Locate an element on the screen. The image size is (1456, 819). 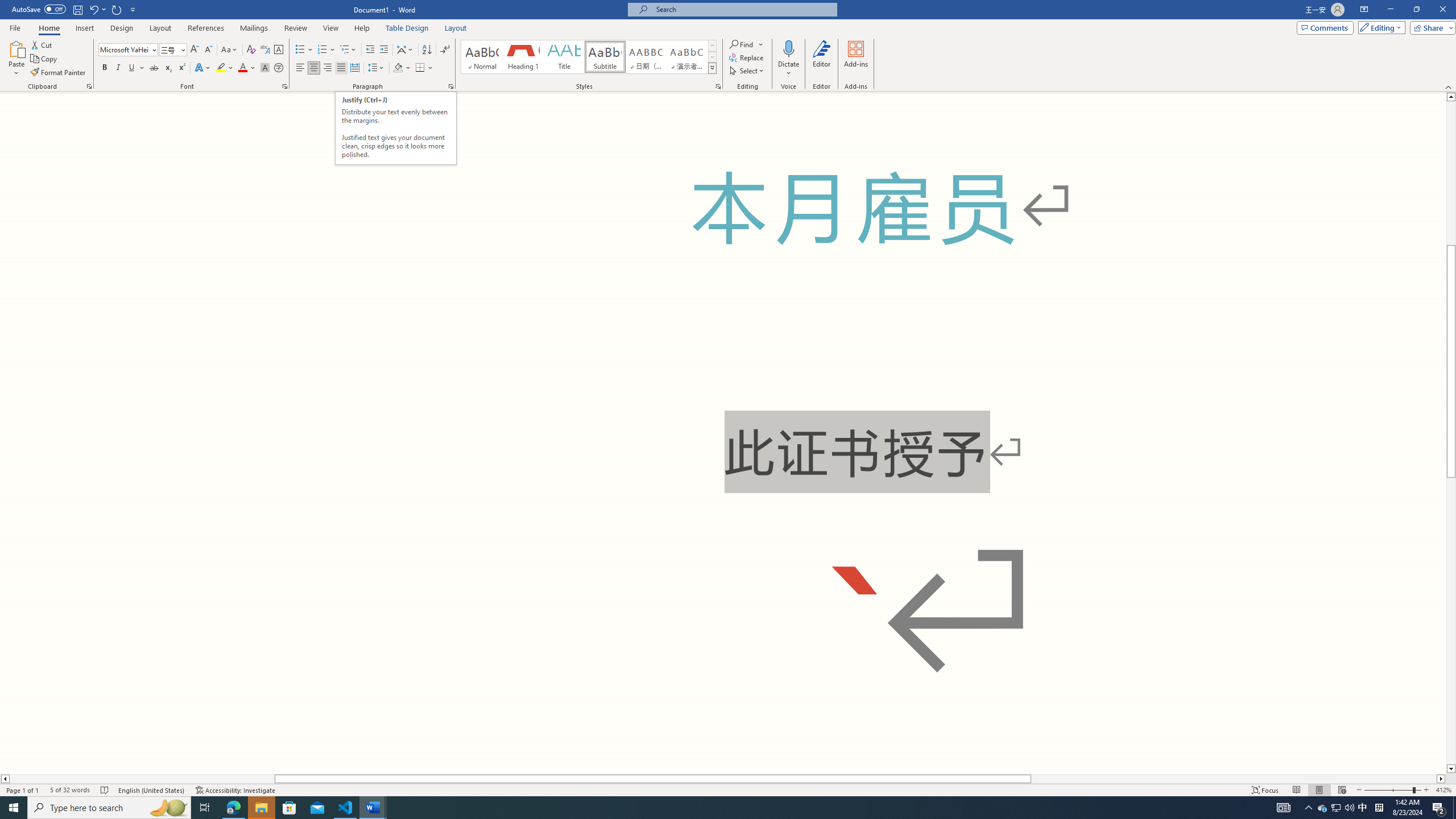
'Row up' is located at coordinates (712, 45).